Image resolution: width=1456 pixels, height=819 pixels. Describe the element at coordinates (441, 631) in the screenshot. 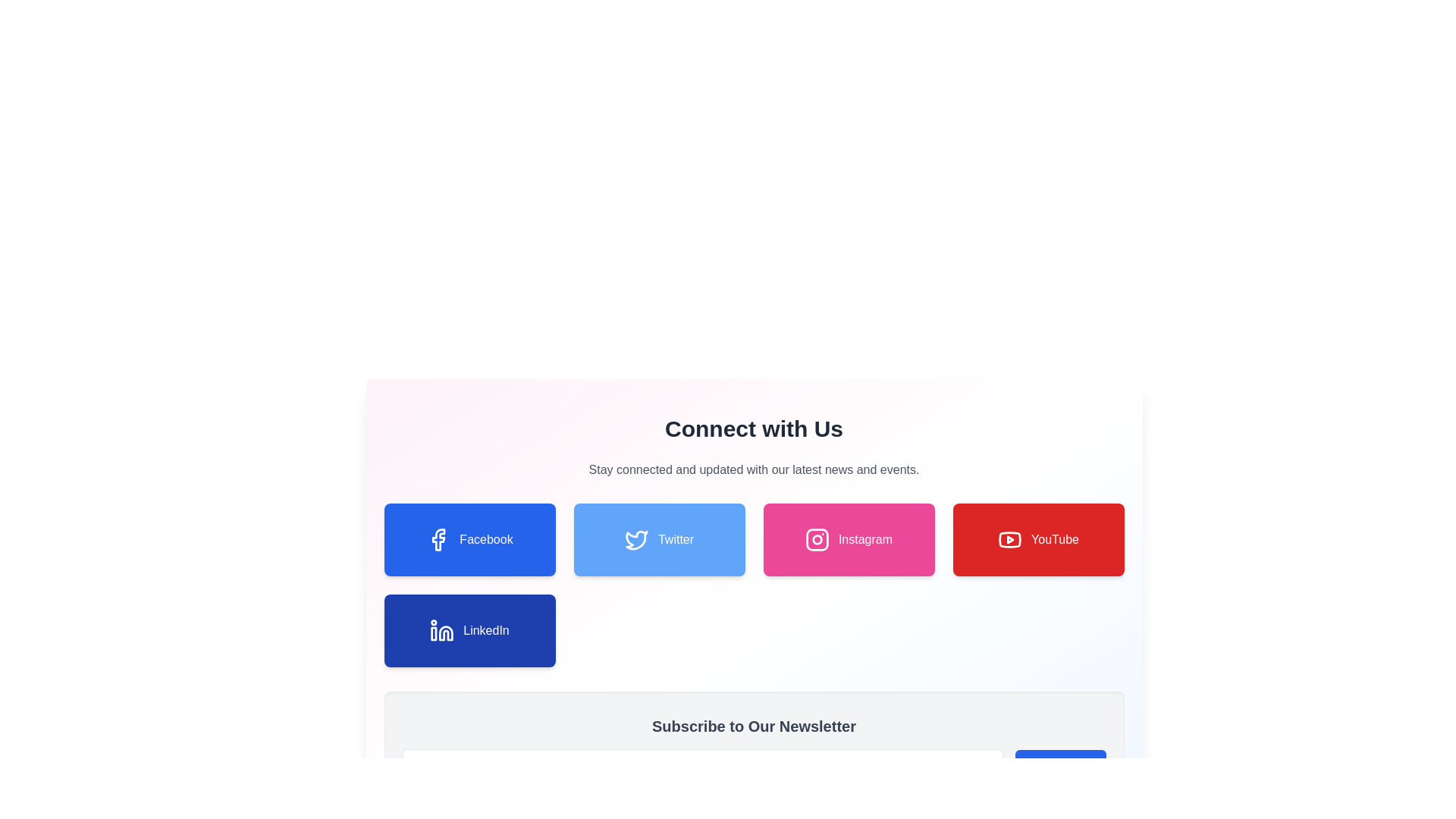

I see `the LinkedIn icon, which is a blue square with a white 'in' logo, located above the text 'LinkedIn' on a blue rectangular button in the second row of the grid layout` at that location.